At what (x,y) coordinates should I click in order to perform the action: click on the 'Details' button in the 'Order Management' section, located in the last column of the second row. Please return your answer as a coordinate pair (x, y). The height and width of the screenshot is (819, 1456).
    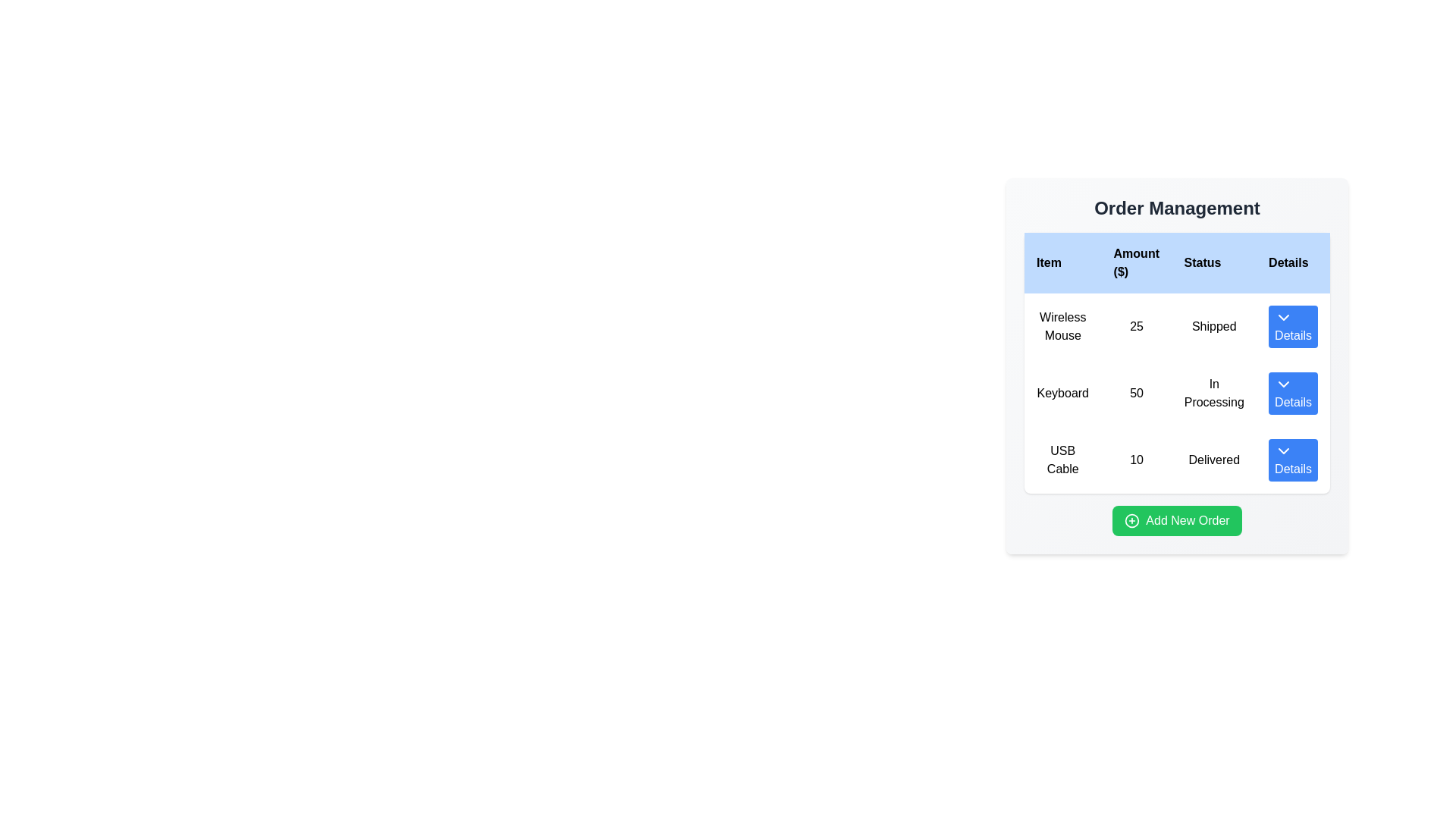
    Looking at the image, I should click on (1292, 393).